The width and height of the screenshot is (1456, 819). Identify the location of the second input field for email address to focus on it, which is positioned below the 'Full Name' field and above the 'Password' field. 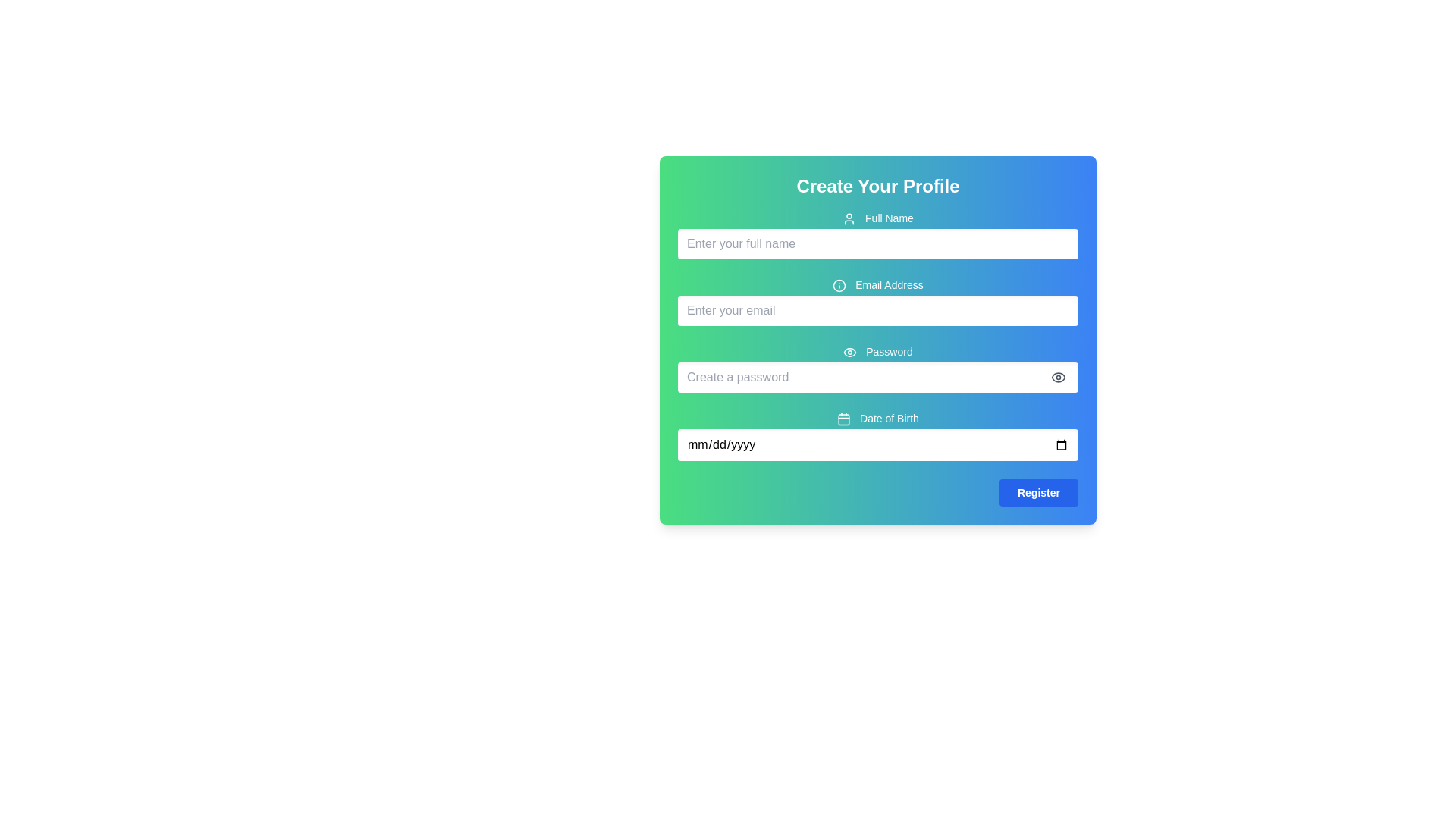
(877, 301).